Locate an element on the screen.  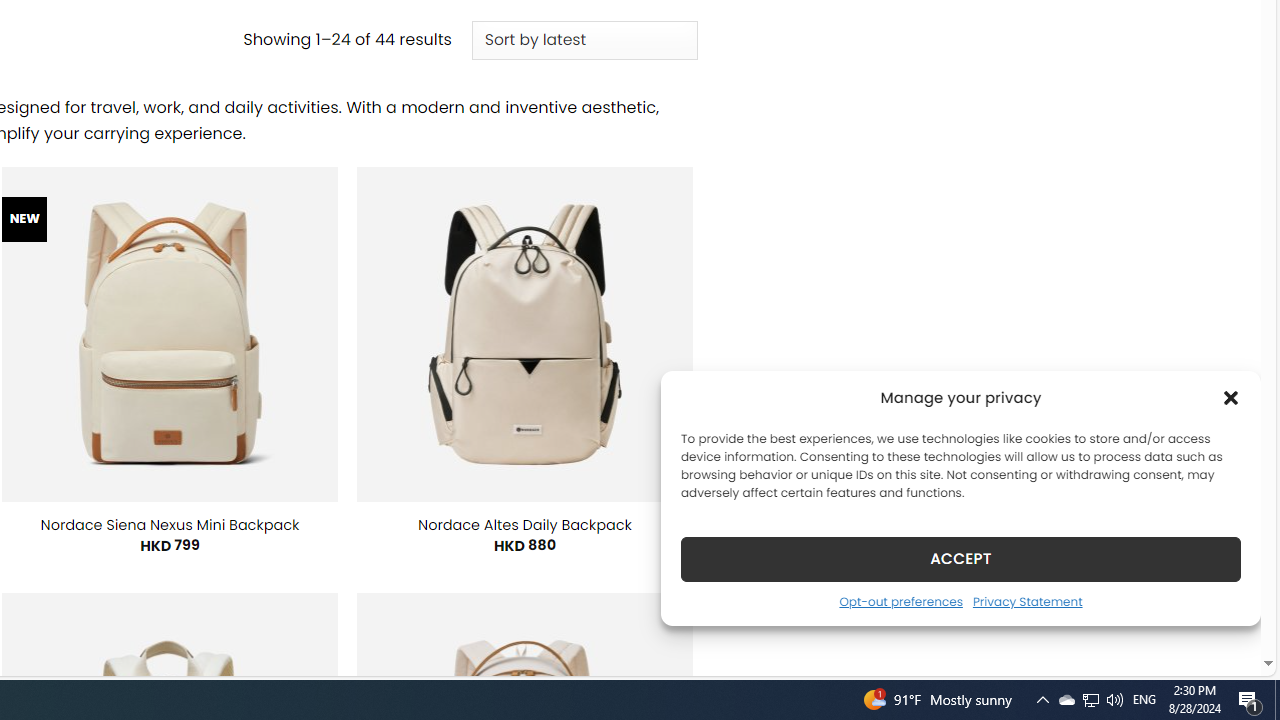
'ACCEPT' is located at coordinates (961, 558).